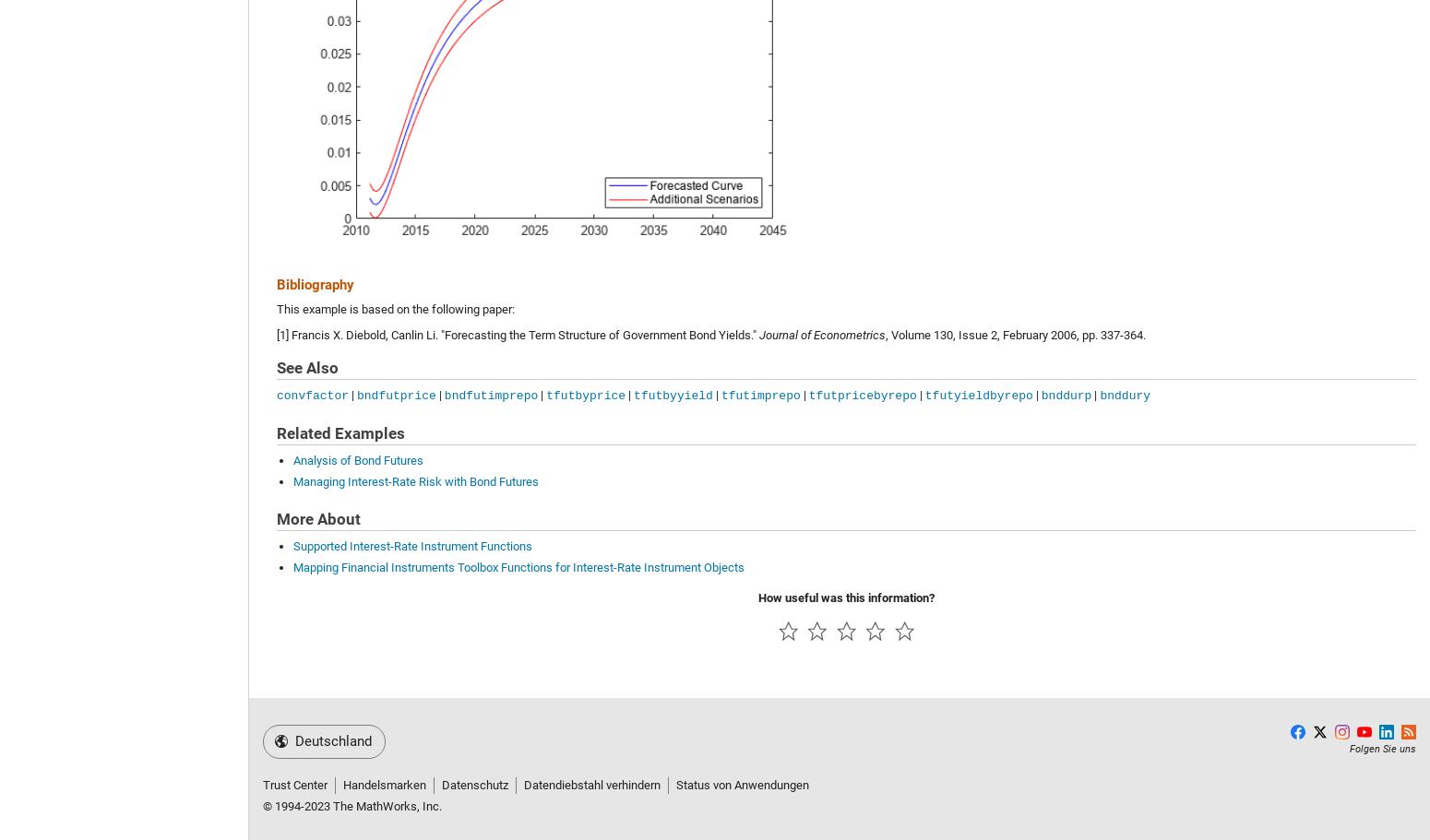 The image size is (1430, 840). I want to click on 'tfutbyyield', so click(673, 395).